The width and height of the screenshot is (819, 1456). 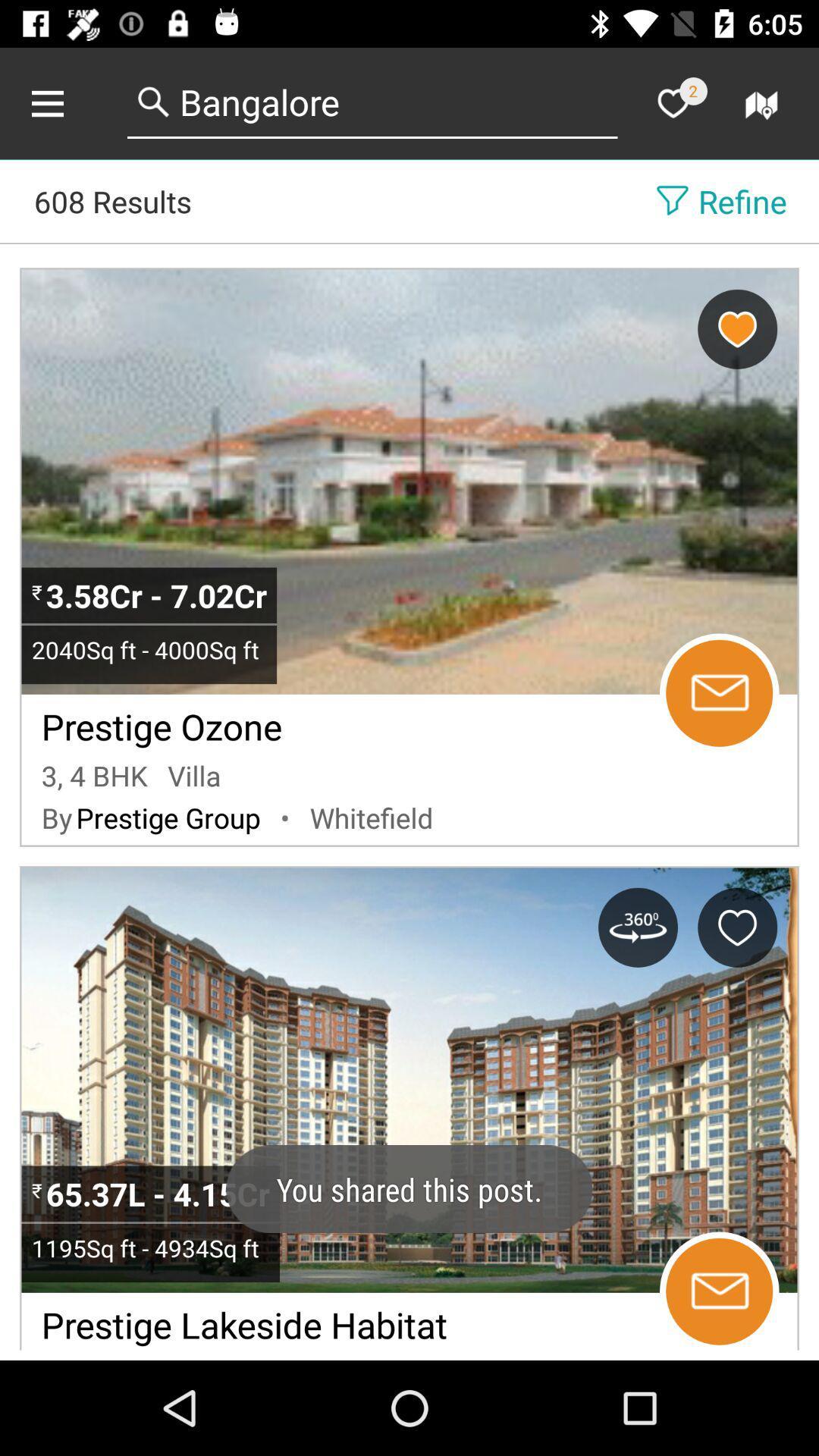 I want to click on message, so click(x=718, y=692).